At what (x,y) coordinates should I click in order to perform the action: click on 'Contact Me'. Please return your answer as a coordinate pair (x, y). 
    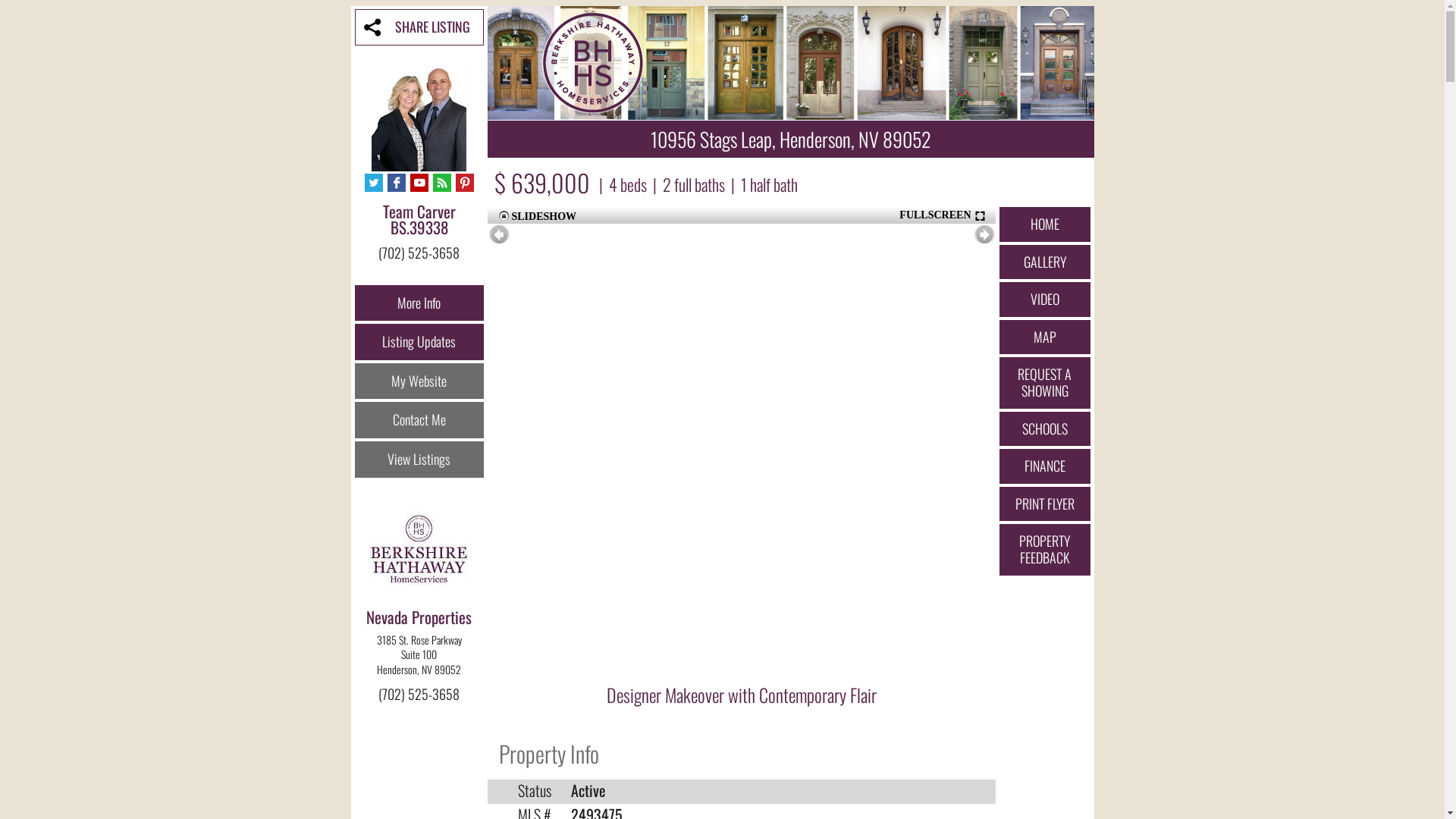
    Looking at the image, I should click on (419, 420).